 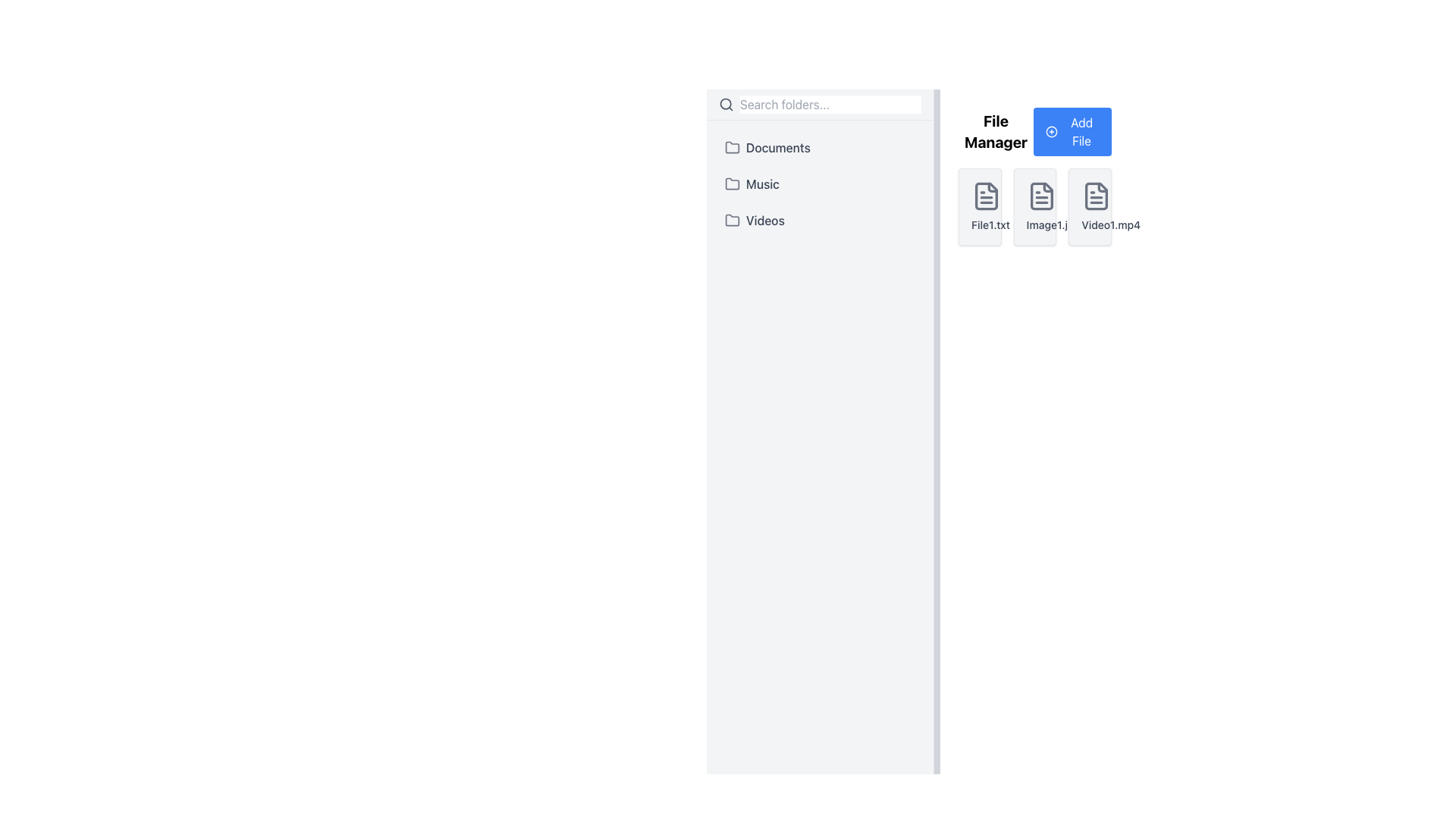 What do you see at coordinates (732, 183) in the screenshot?
I see `the 'Music' directory icon located in the left sidebar, which is the second item in the list, positioned below 'Documents' and above 'Videos'` at bounding box center [732, 183].